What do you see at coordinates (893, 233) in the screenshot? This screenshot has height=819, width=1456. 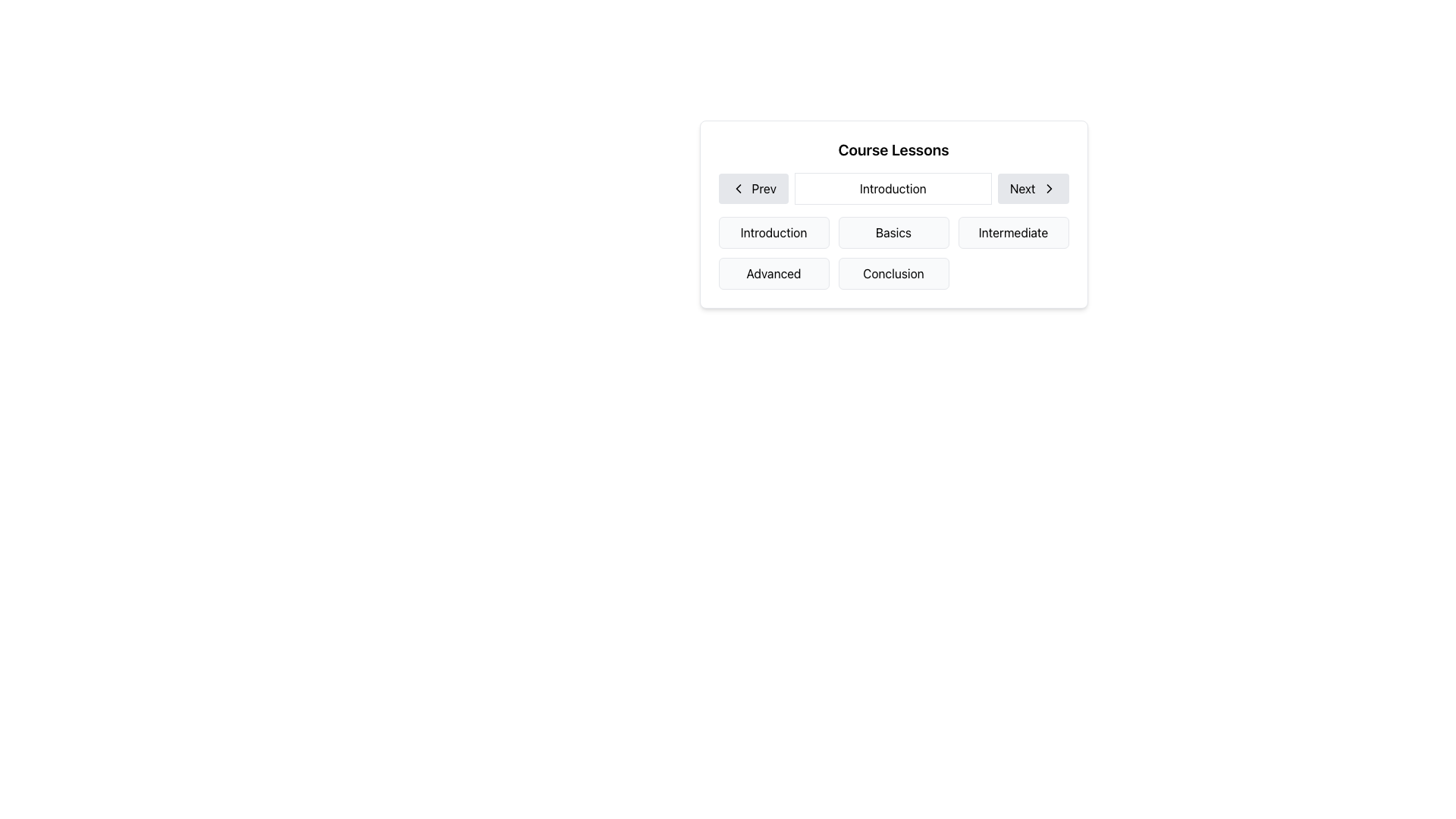 I see `the second button labeled 'Basics' in the grid layout under 'Course Lessons' to observe the background color change` at bounding box center [893, 233].